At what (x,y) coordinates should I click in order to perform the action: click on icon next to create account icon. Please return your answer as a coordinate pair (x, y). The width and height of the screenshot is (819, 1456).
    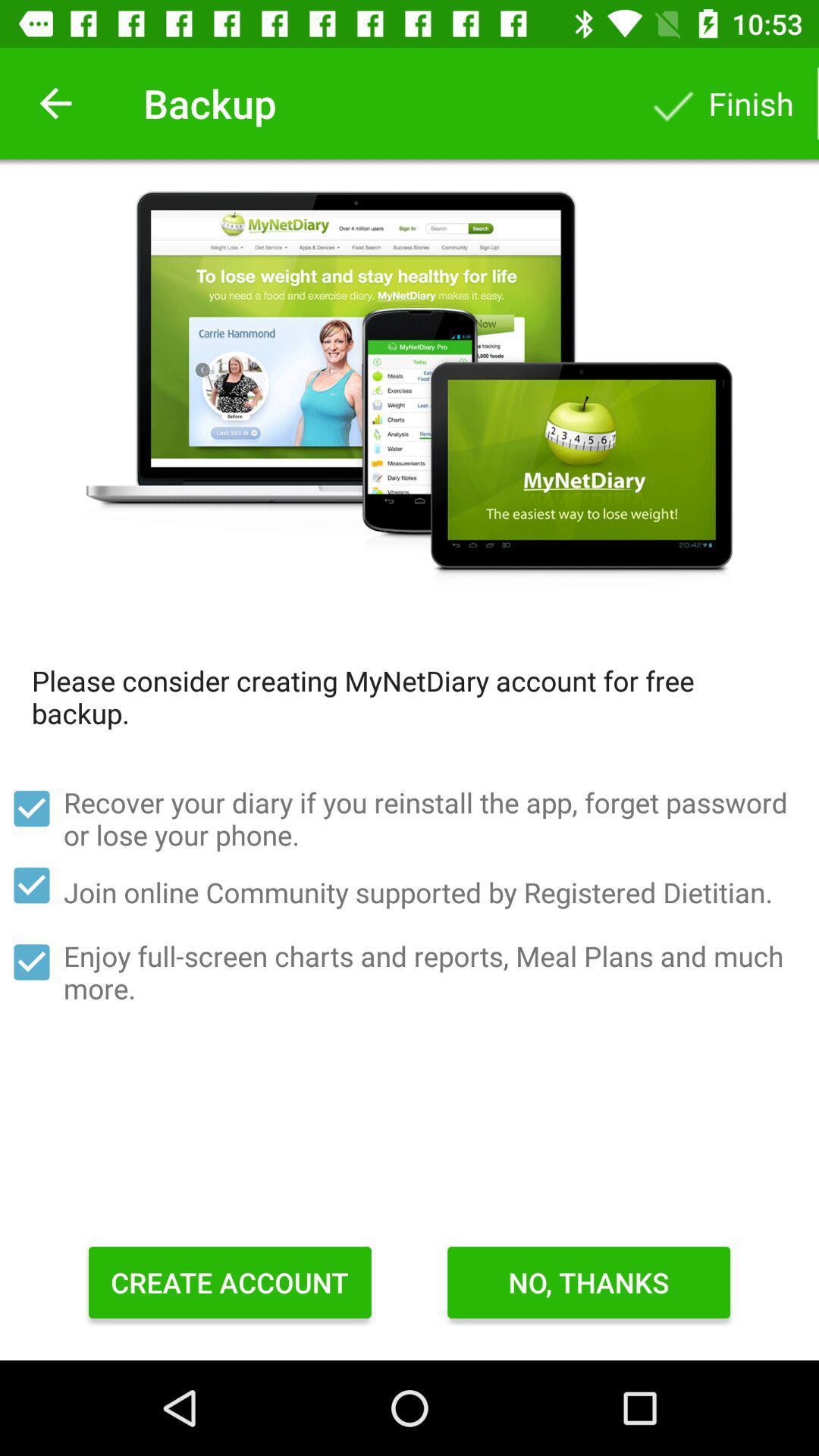
    Looking at the image, I should click on (588, 1282).